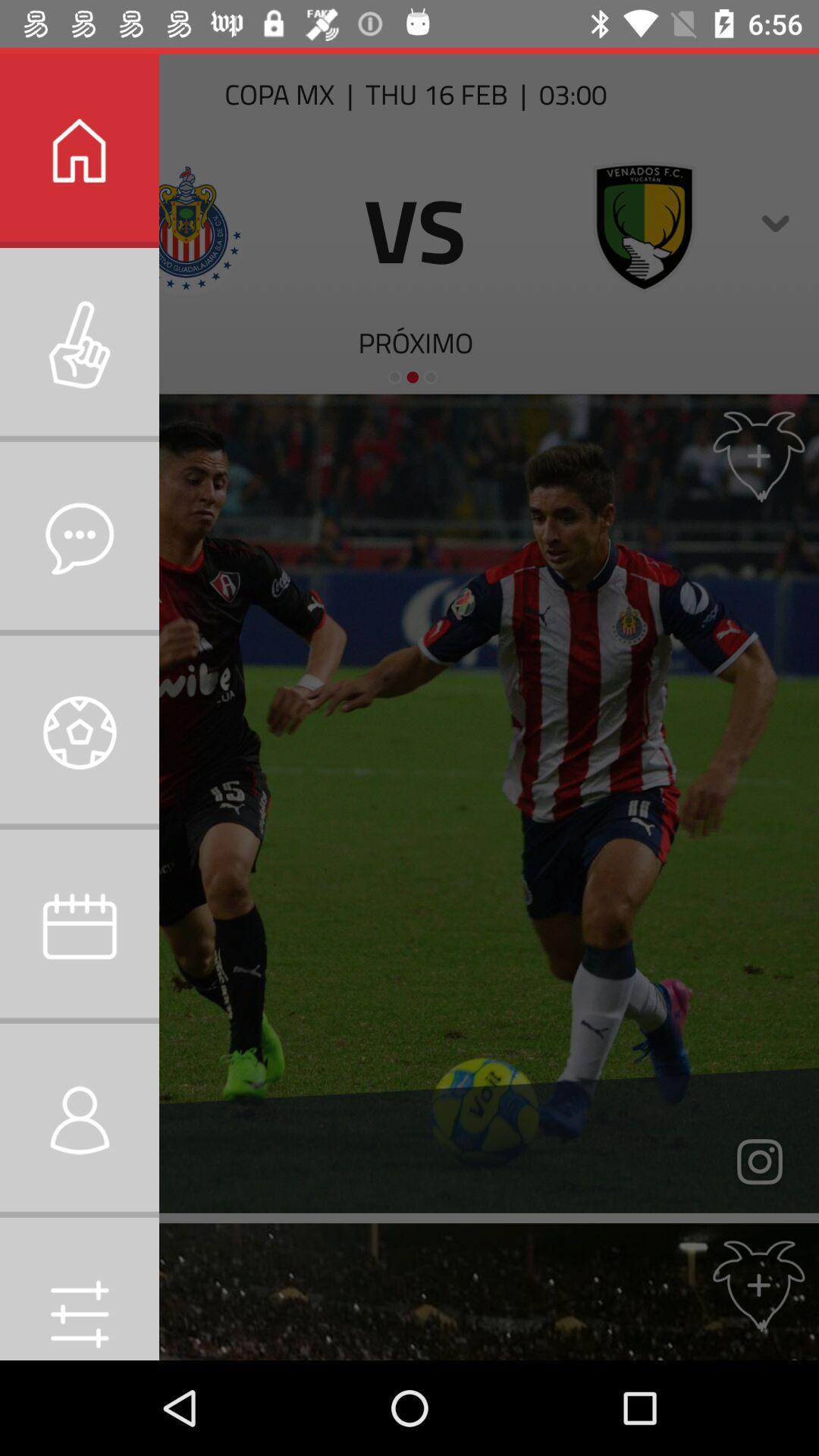  What do you see at coordinates (49, 223) in the screenshot?
I see `the close icon` at bounding box center [49, 223].